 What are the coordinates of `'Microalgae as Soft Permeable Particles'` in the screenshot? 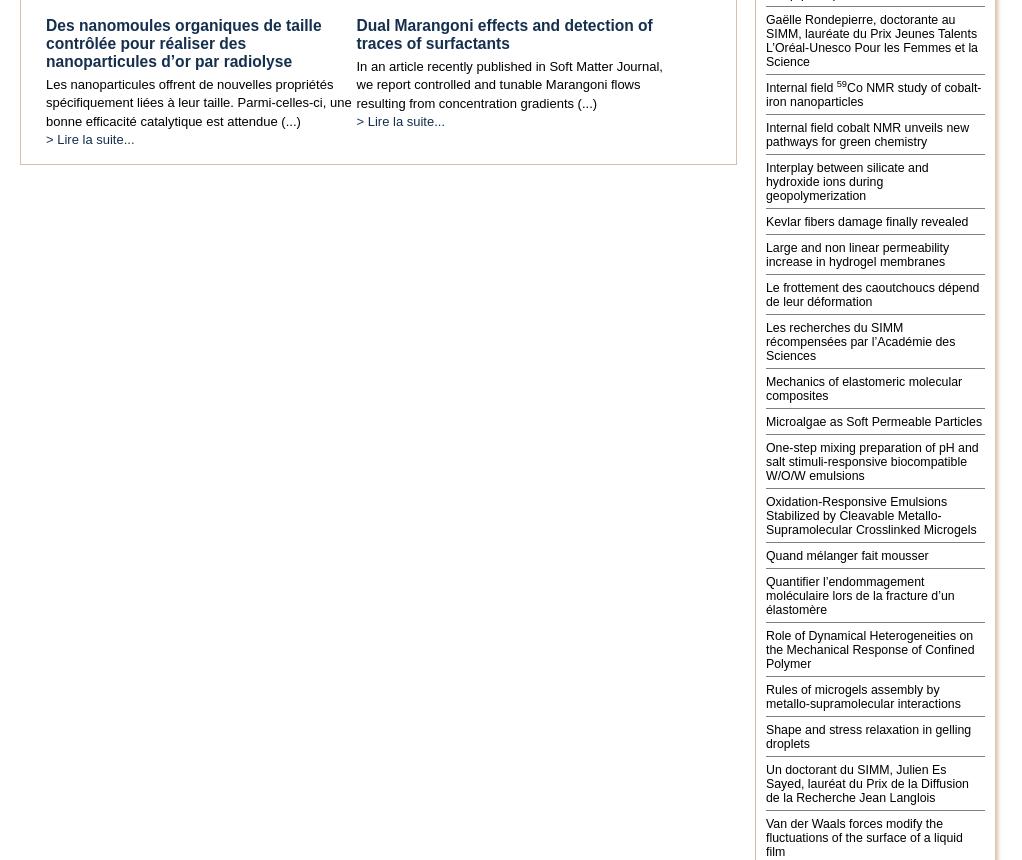 It's located at (874, 419).